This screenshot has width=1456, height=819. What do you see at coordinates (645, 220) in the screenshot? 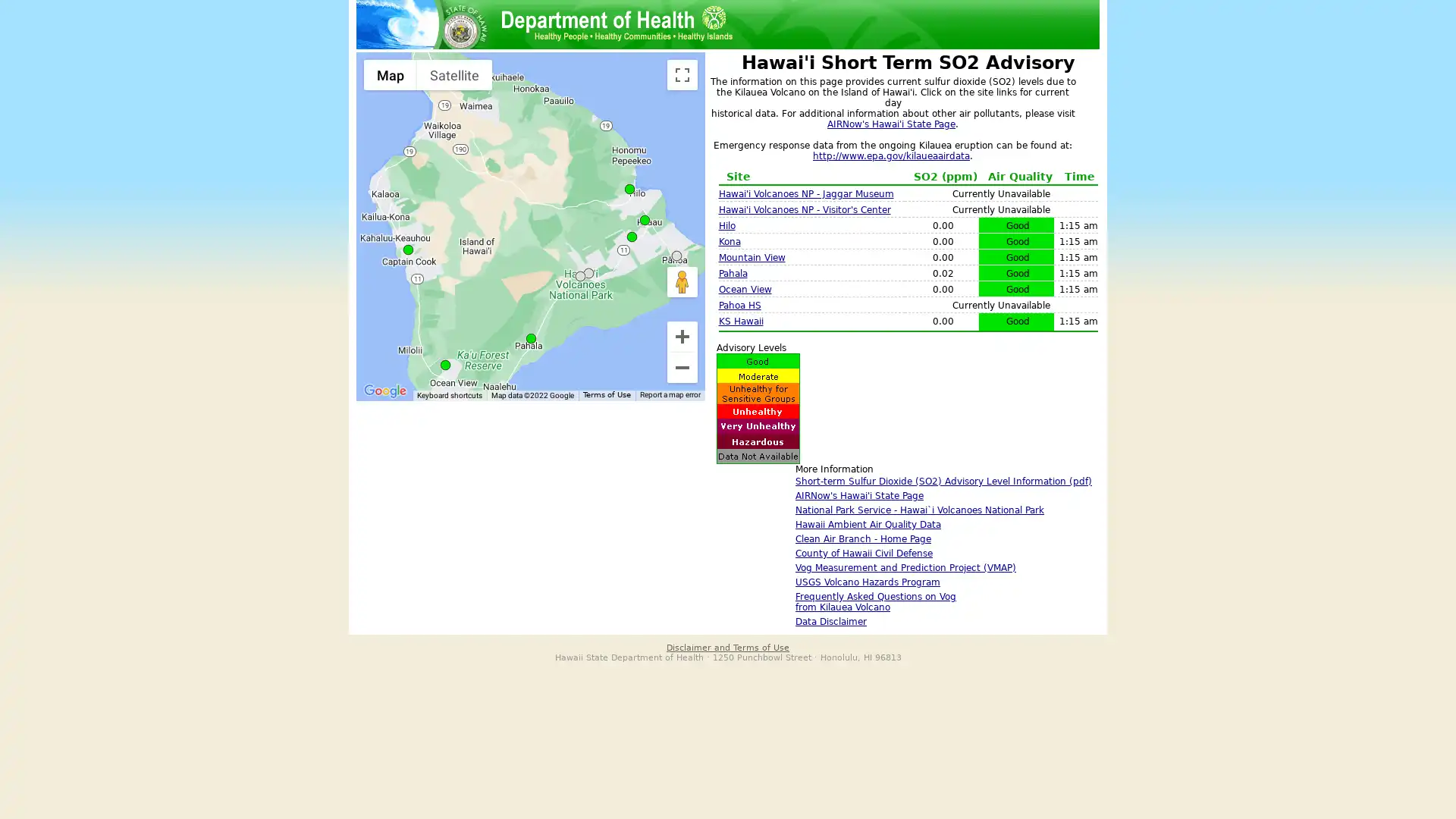
I see `KS Hawaii: SO2 0.00 ppm (Good) on 06/28 at 01:15 am` at bounding box center [645, 220].